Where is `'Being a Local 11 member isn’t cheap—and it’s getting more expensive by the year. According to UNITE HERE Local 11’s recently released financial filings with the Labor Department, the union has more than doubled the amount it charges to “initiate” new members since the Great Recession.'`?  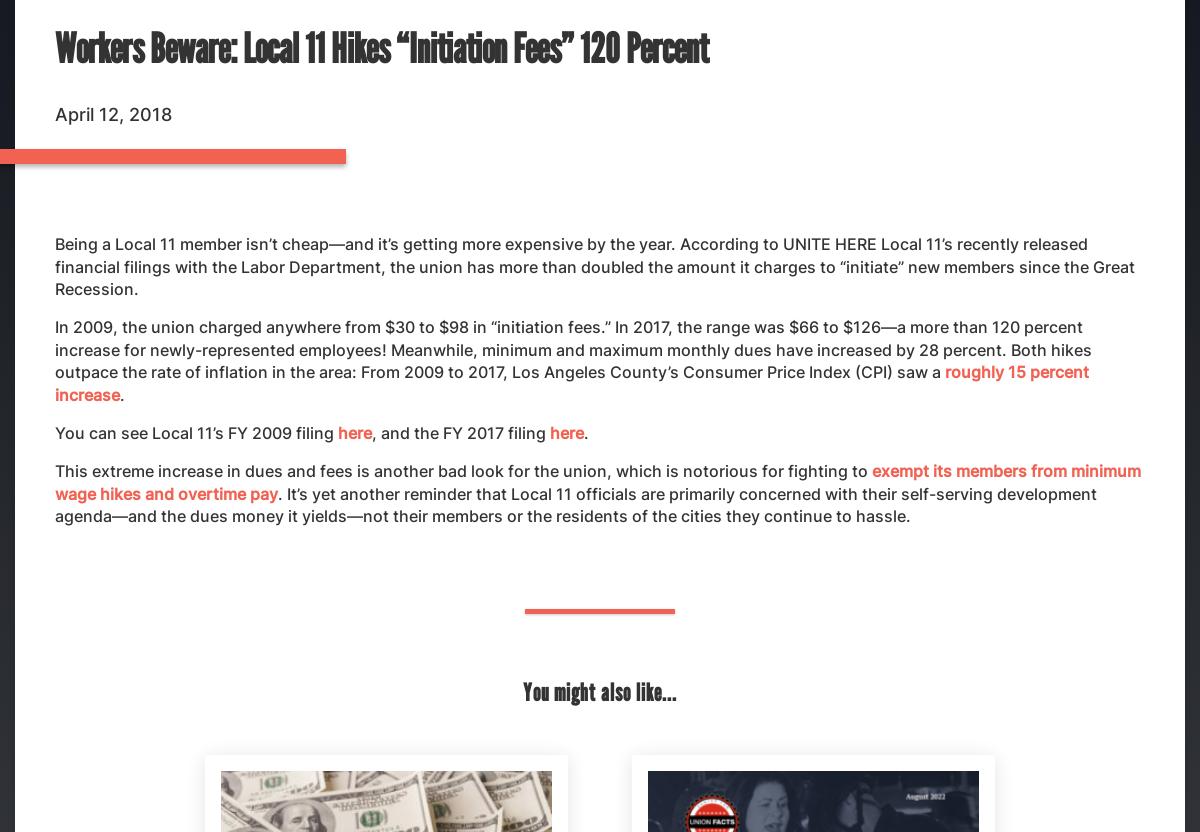
'Being a Local 11 member isn’t cheap—and it’s getting more expensive by the year. According to UNITE HERE Local 11’s recently released financial filings with the Labor Department, the union has more than doubled the amount it charges to “initiate” new members since the Great Recession.' is located at coordinates (593, 265).